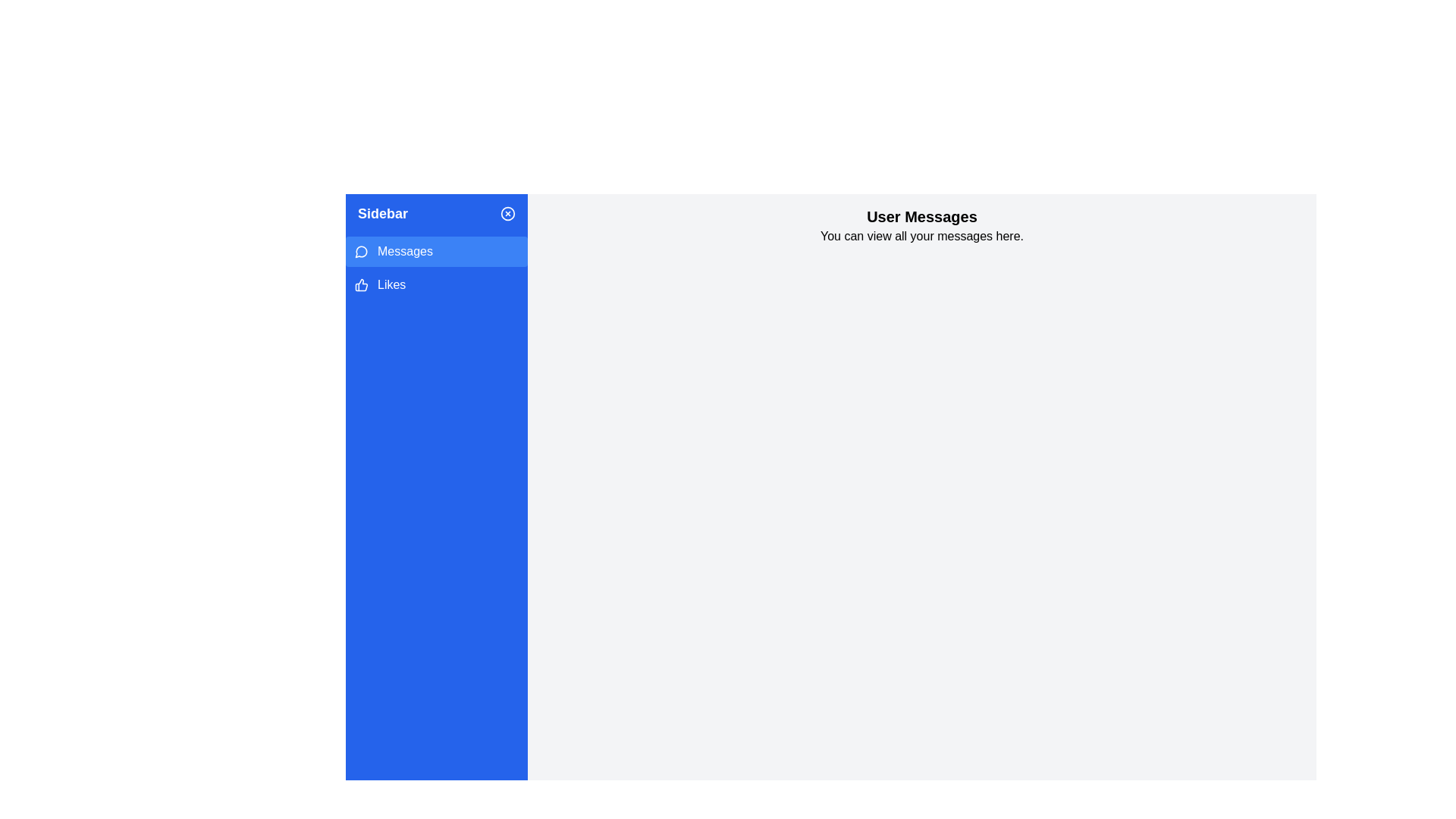 This screenshot has width=1456, height=819. I want to click on the circular speech bubble icon outlined in gray, which is located in the sidebar under 'Messages', so click(360, 250).